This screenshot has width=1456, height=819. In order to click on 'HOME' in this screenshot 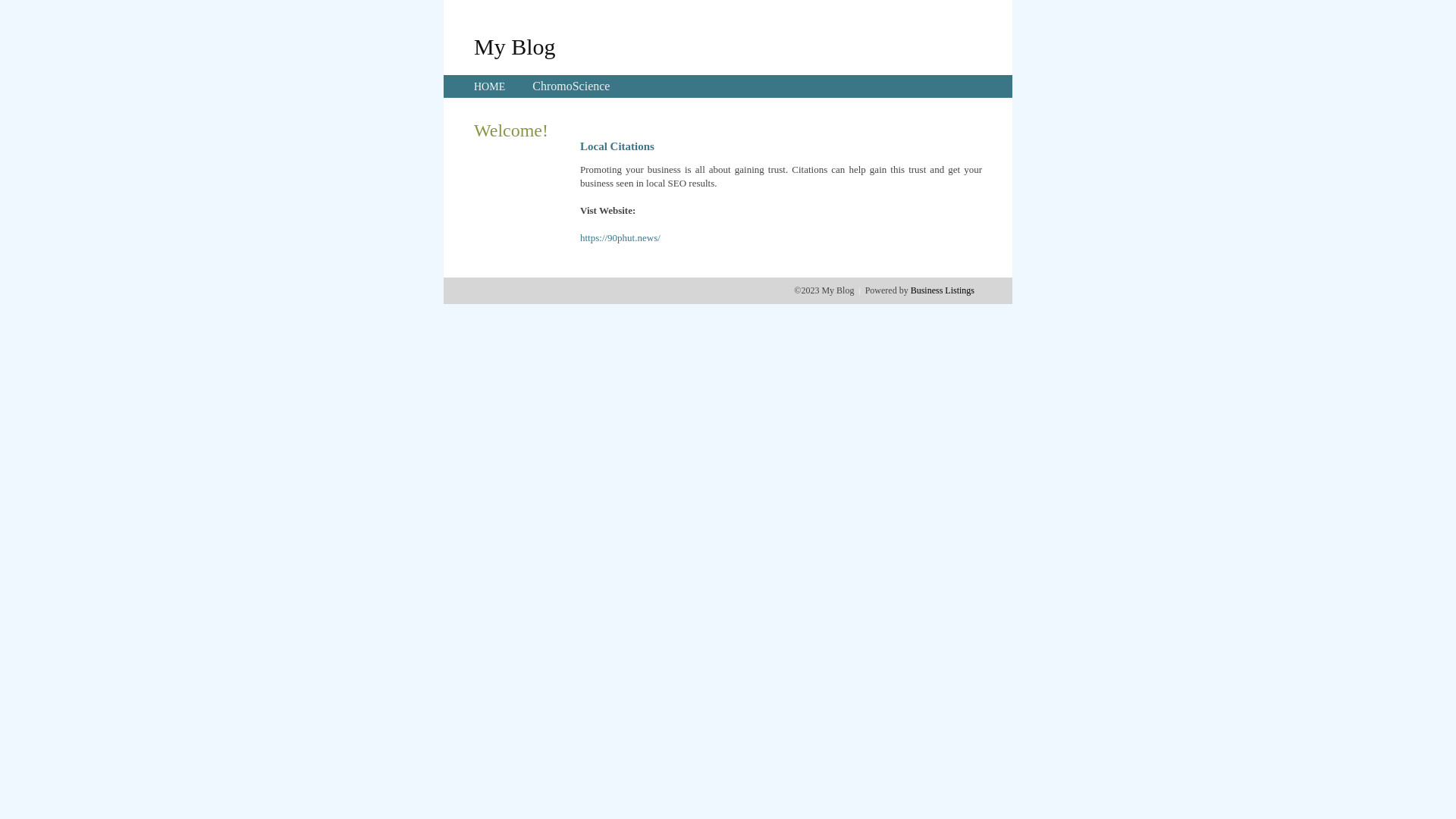, I will do `click(489, 86)`.